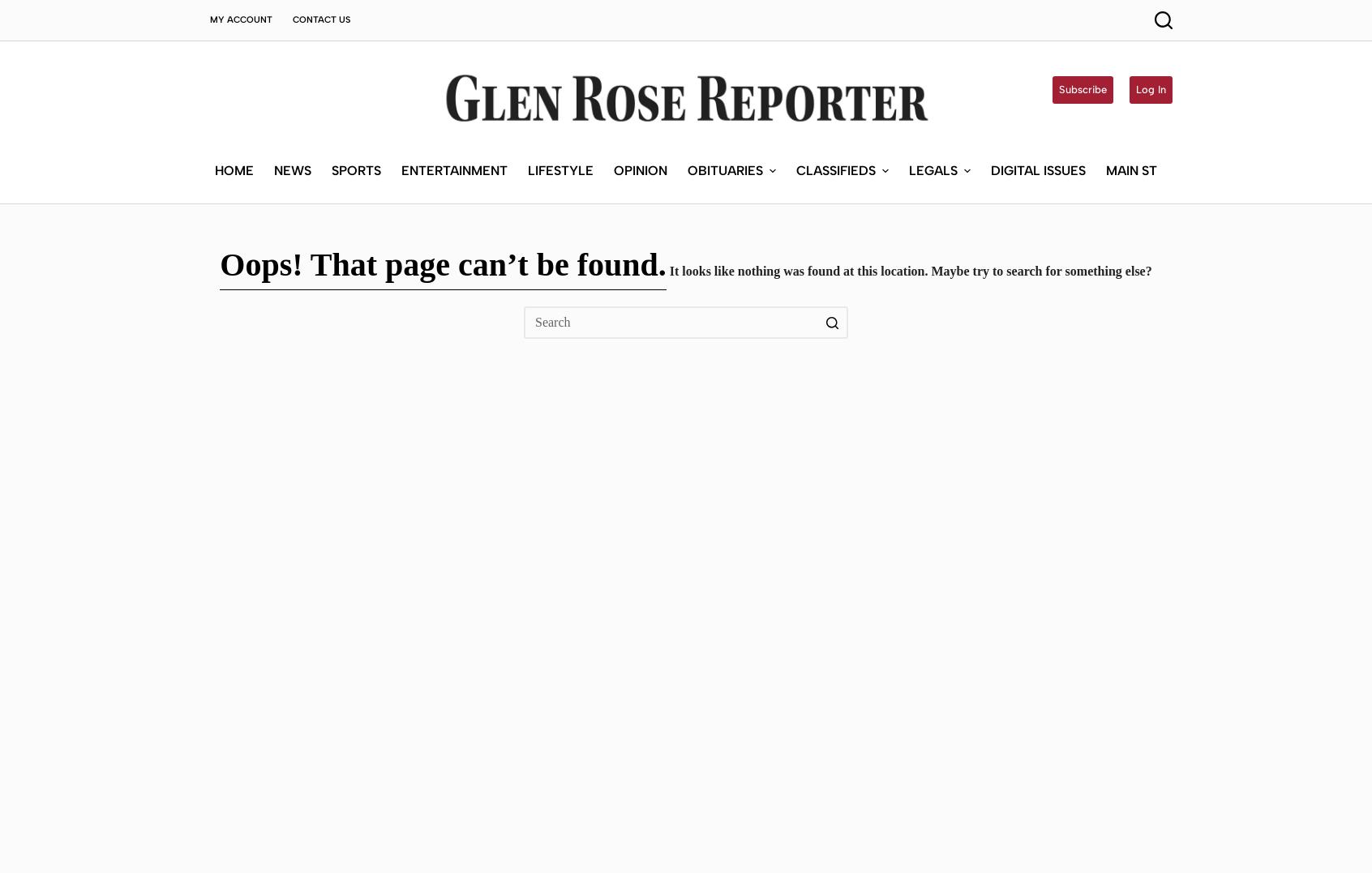  What do you see at coordinates (272, 51) in the screenshot?
I see `'News'` at bounding box center [272, 51].